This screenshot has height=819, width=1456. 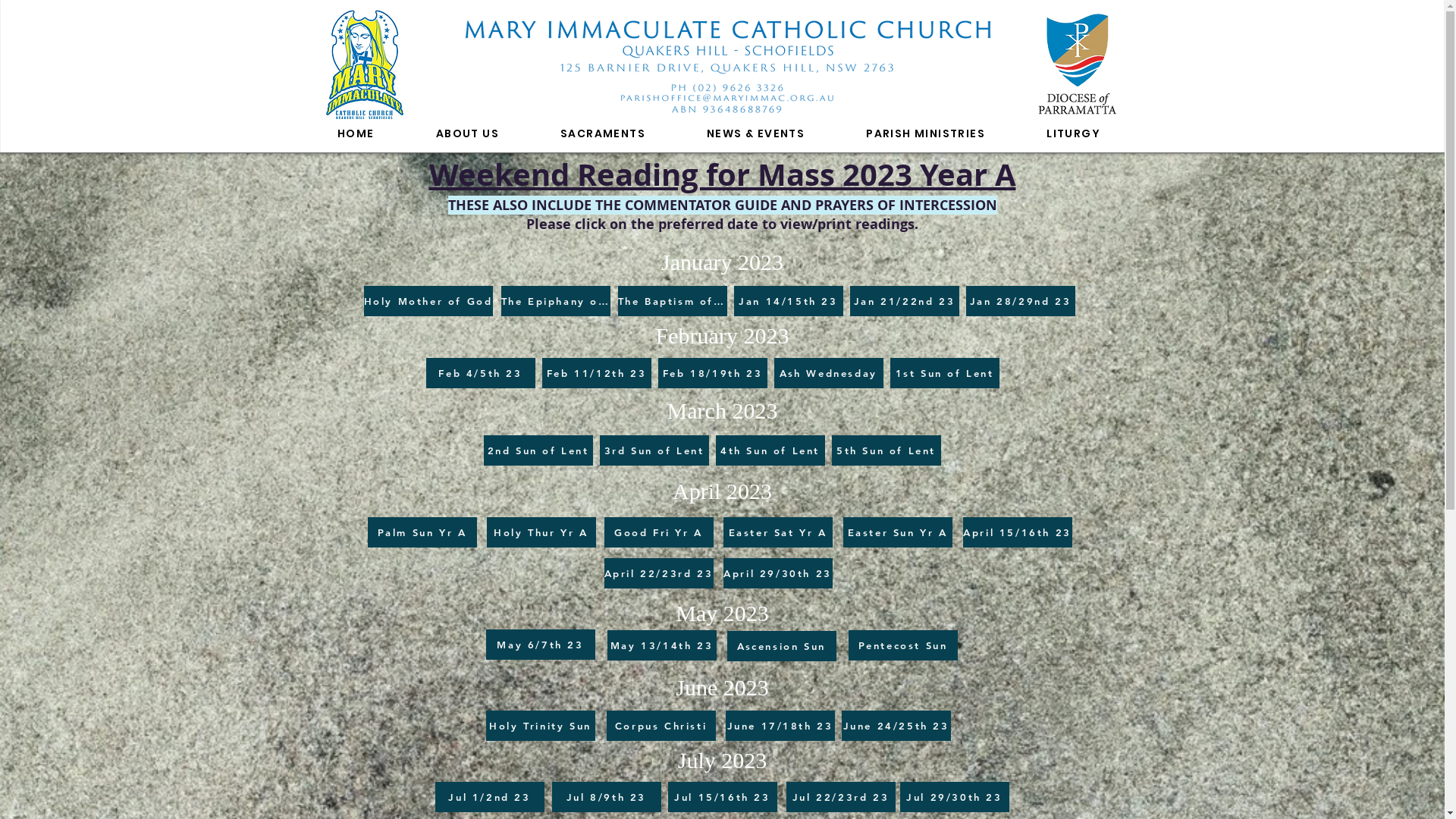 What do you see at coordinates (595, 373) in the screenshot?
I see `'Feb 11/12th 23'` at bounding box center [595, 373].